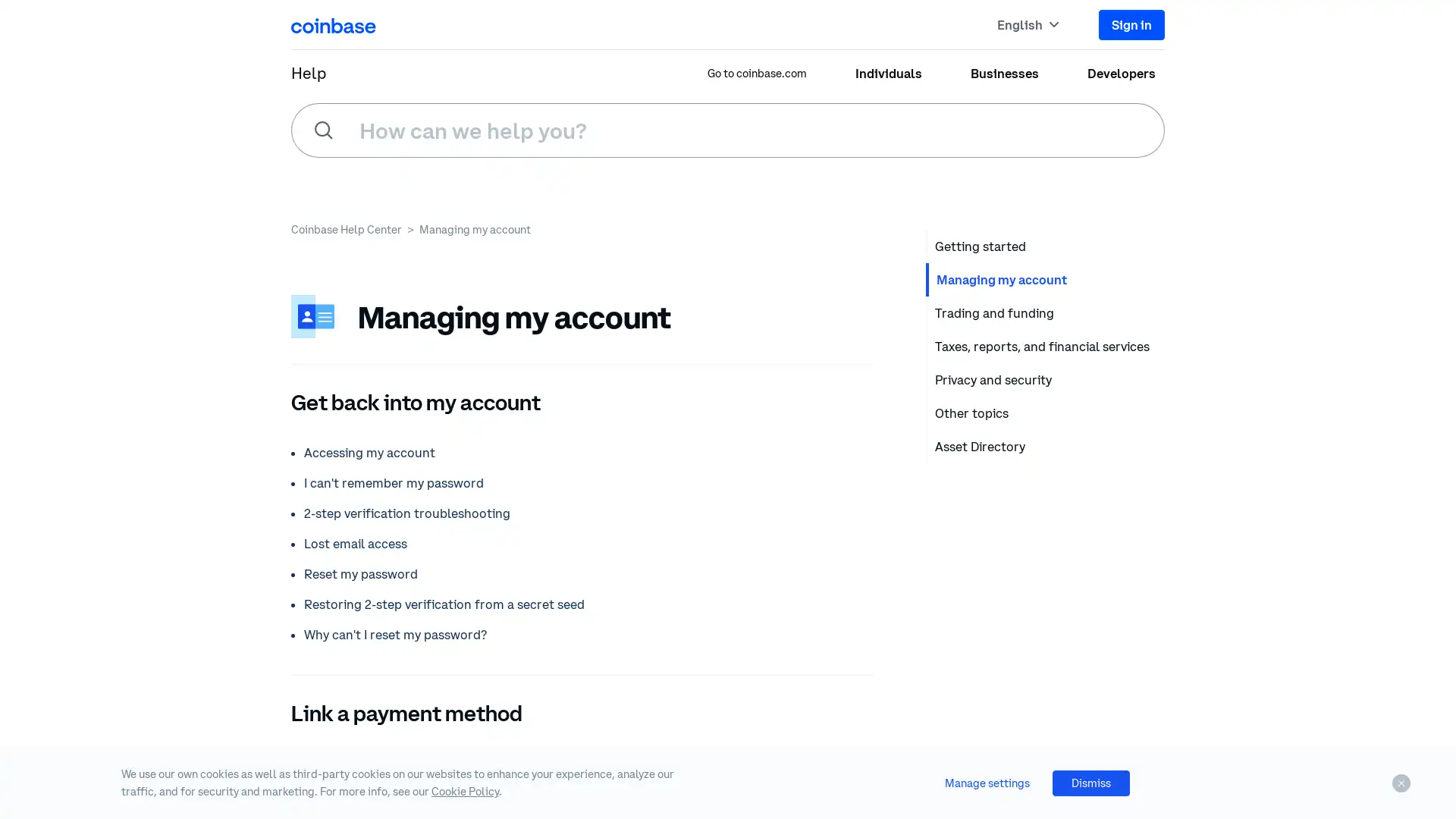  I want to click on Sign in, so click(1131, 24).